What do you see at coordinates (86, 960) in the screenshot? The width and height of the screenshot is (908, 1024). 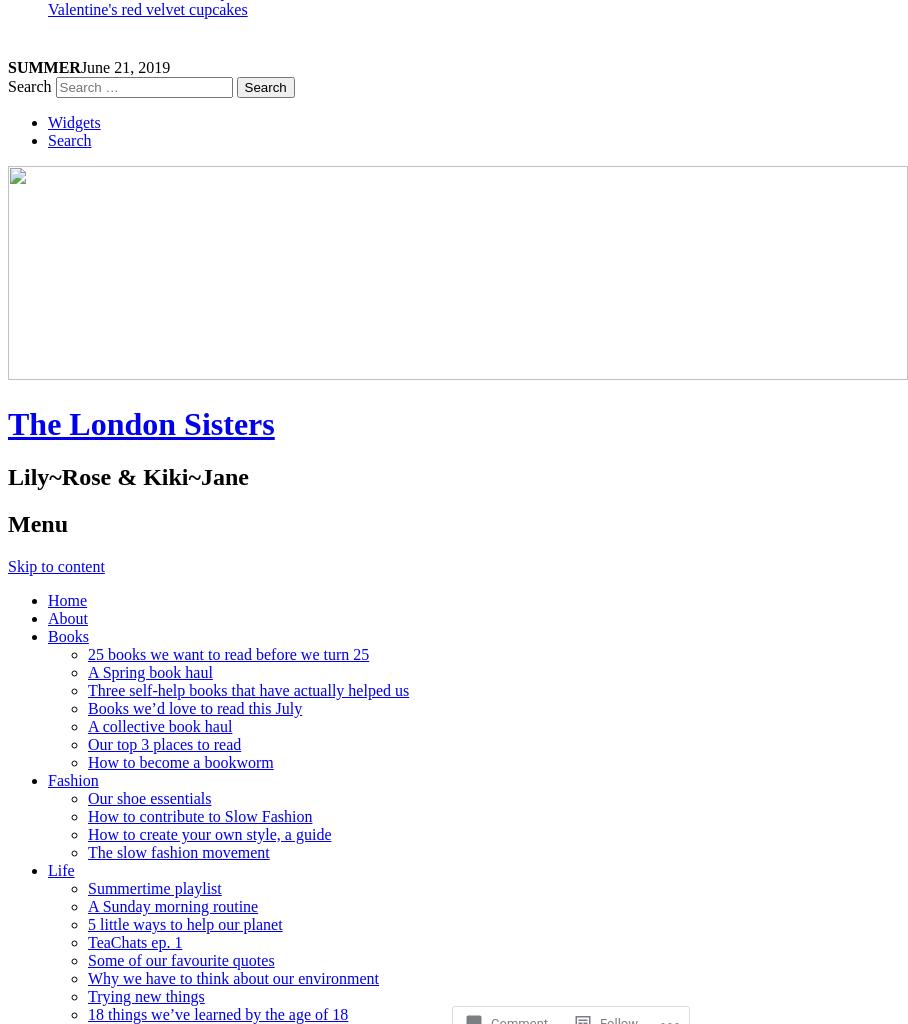 I see `'Some of our favourite quotes'` at bounding box center [86, 960].